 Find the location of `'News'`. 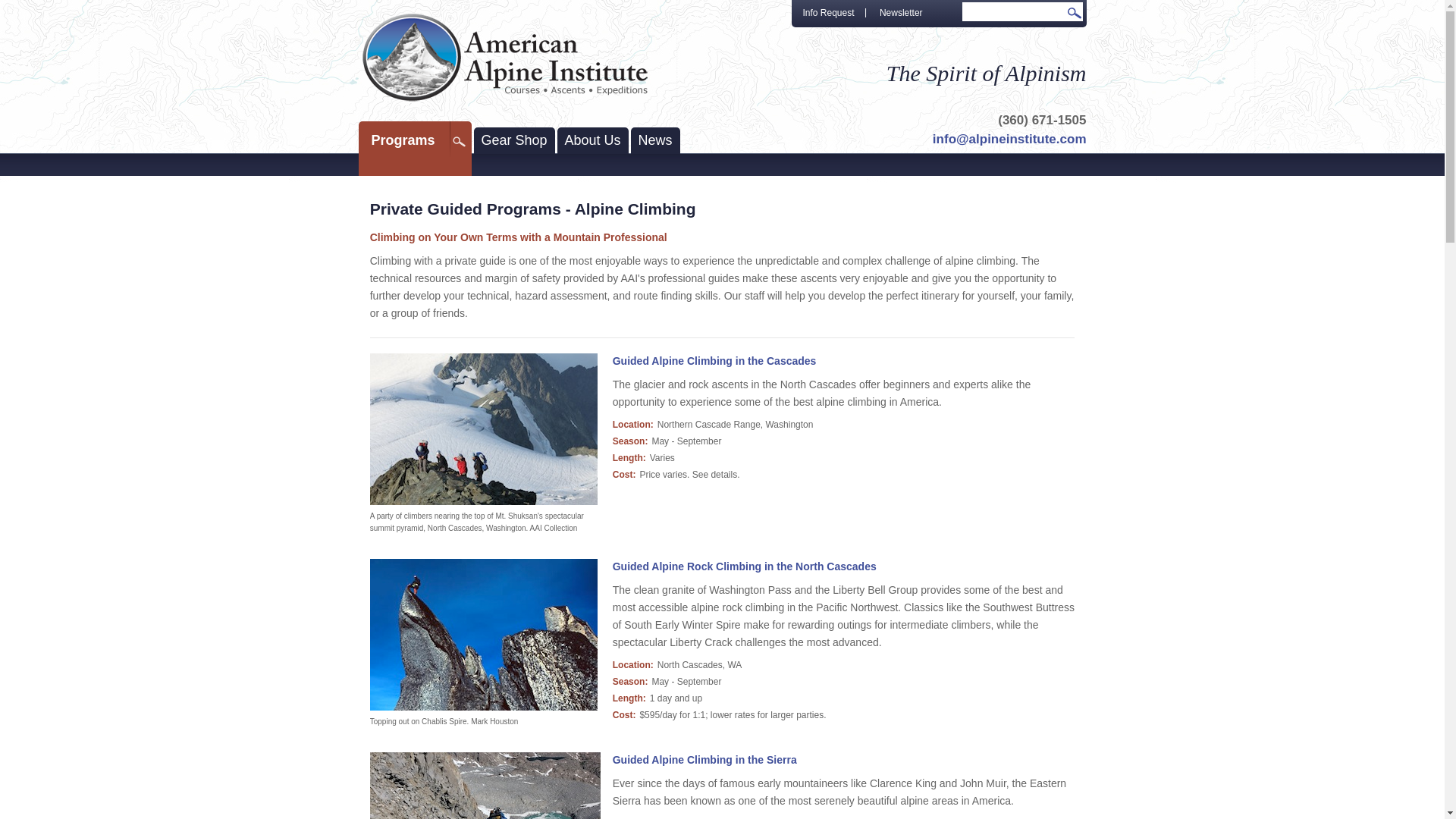

'News' is located at coordinates (655, 140).